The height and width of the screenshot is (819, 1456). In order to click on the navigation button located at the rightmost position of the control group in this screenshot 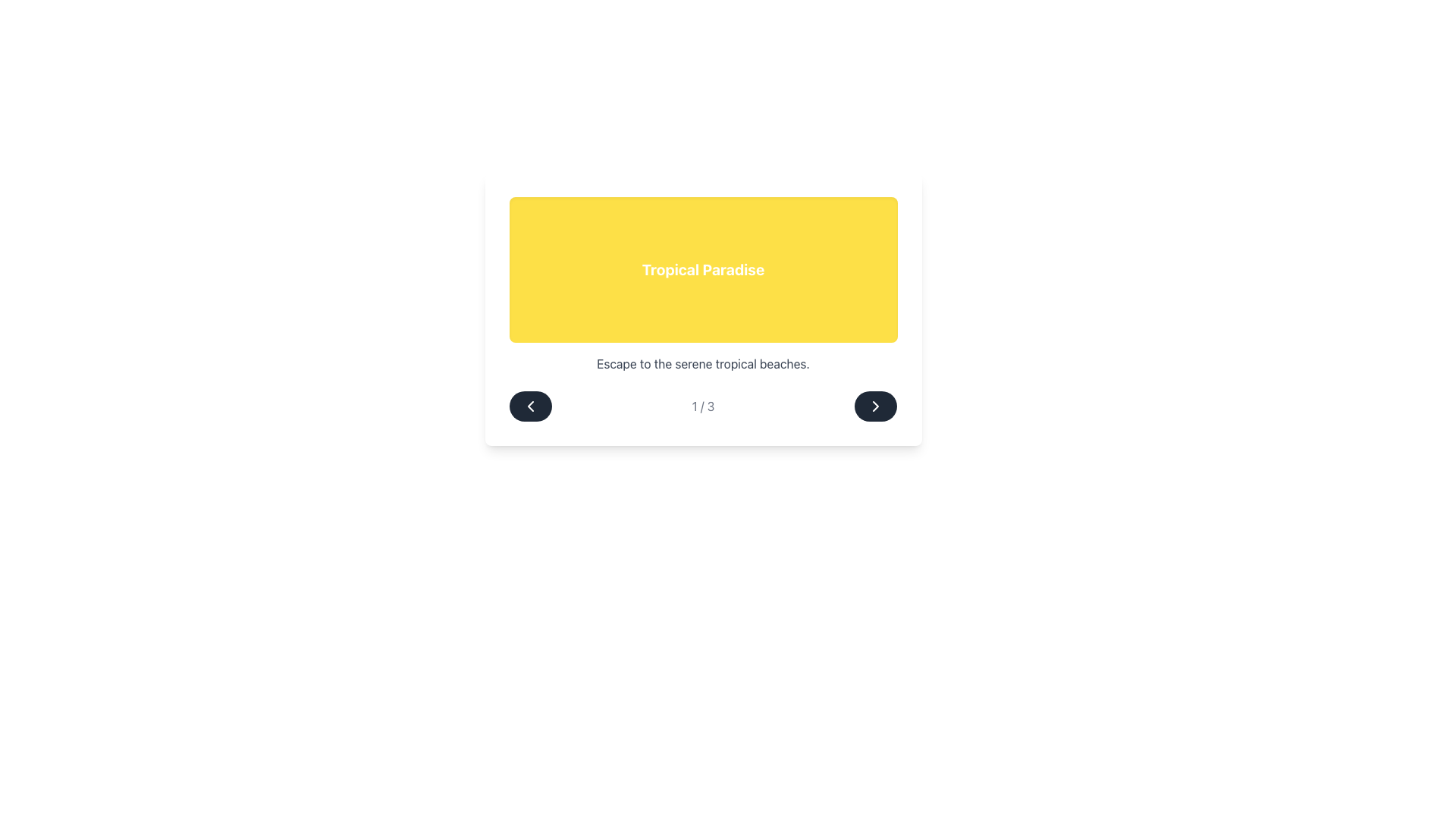, I will do `click(876, 406)`.